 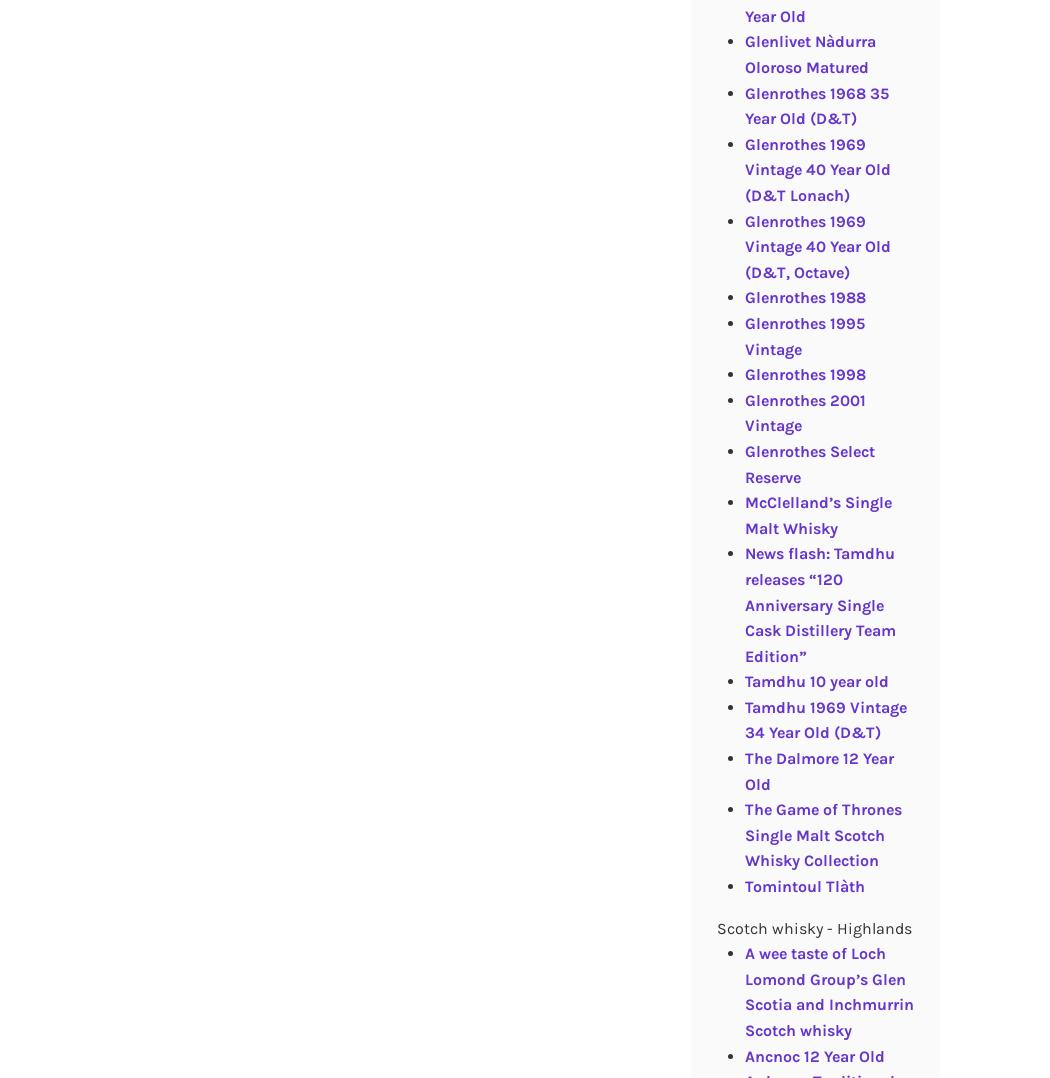 What do you see at coordinates (814, 681) in the screenshot?
I see `'Tamdhu 10 year old'` at bounding box center [814, 681].